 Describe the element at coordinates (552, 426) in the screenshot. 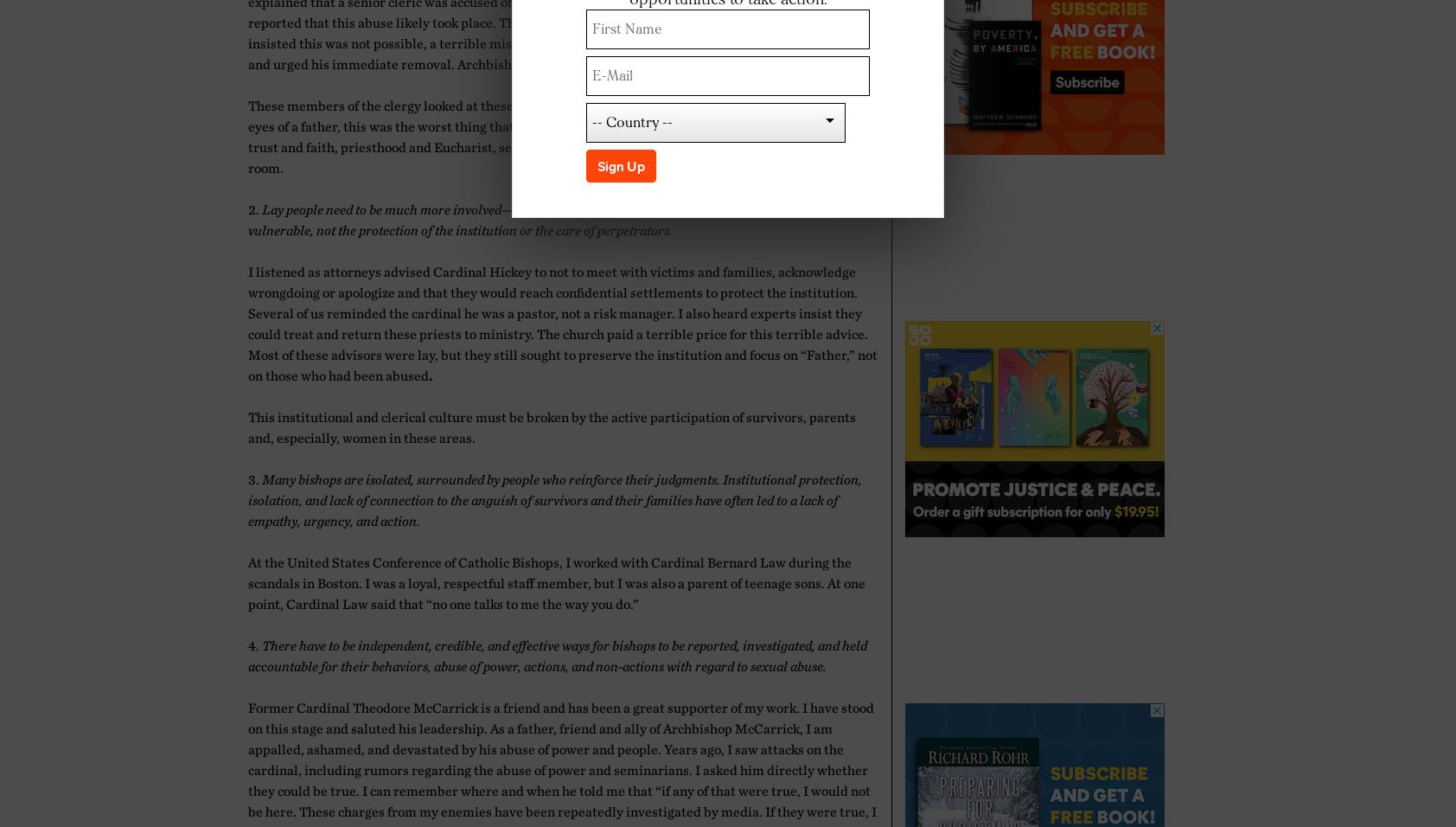

I see `'This institutional and clerical culture must be broken by the active participation of survivors, parents and, especially, women in these areas.'` at that location.